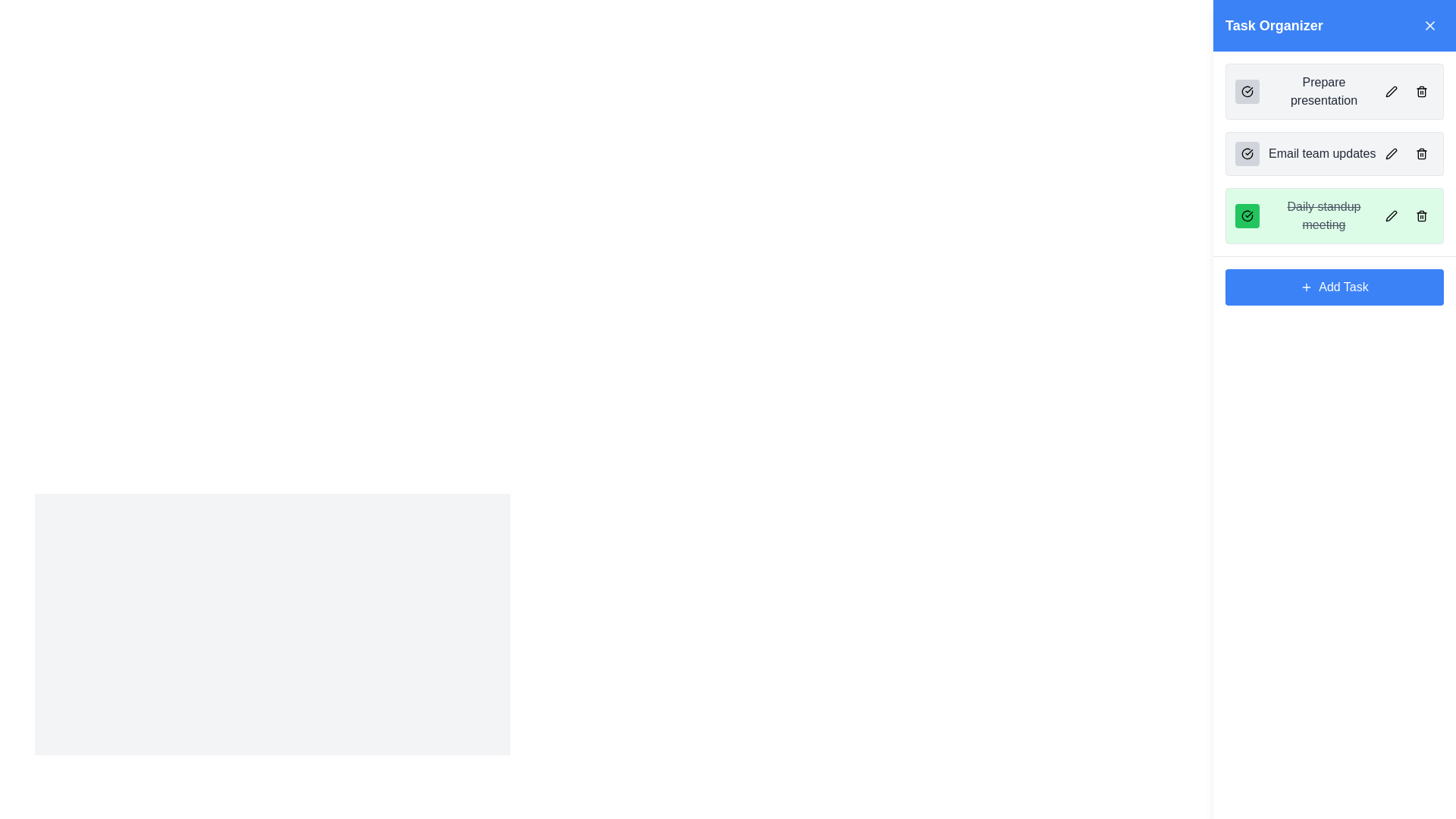 Image resolution: width=1456 pixels, height=819 pixels. Describe the element at coordinates (1391, 216) in the screenshot. I see `the pen icon next to the 'Daily standup meeting' task` at that location.